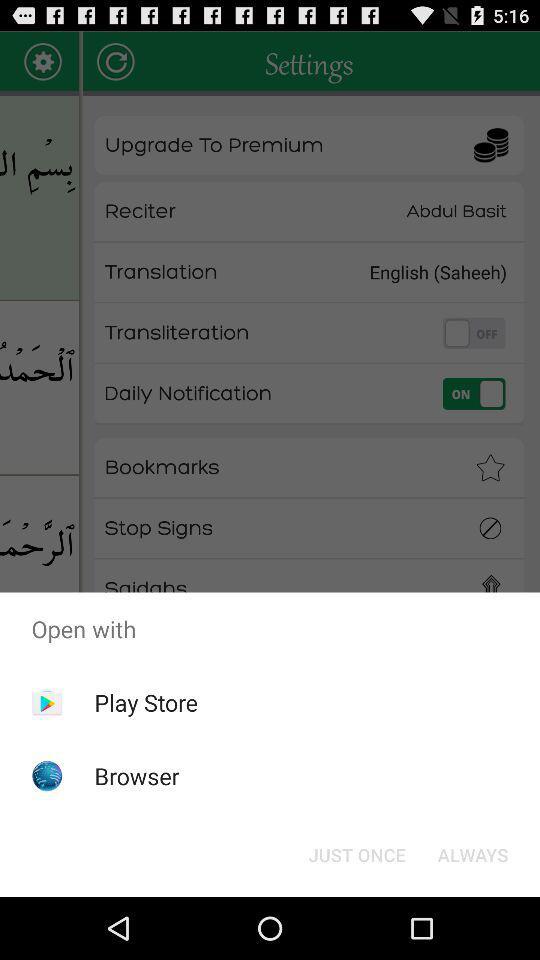  I want to click on app below open with app, so click(356, 853).